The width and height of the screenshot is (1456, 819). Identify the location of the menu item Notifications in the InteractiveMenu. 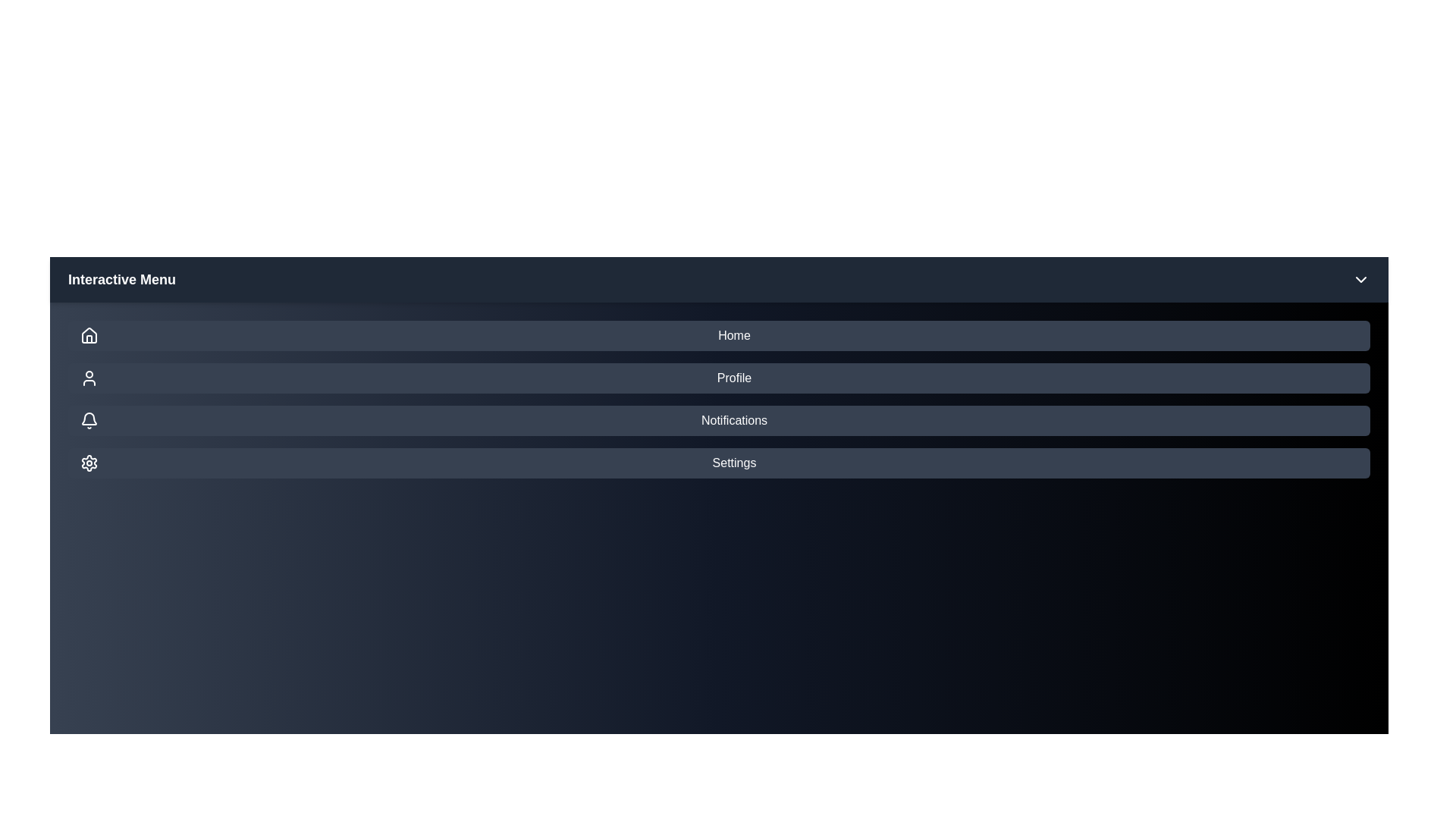
(718, 421).